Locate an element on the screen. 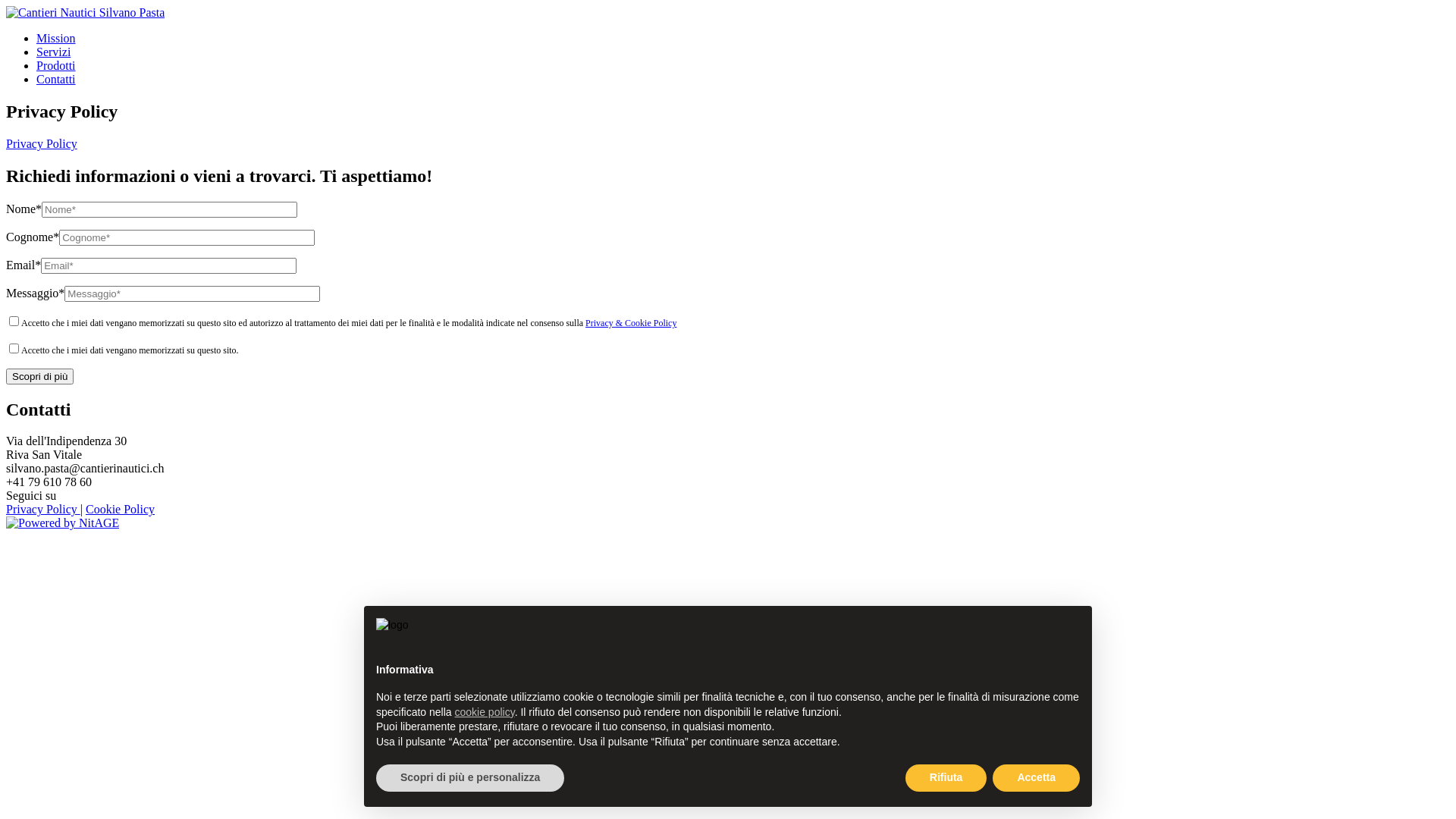 The image size is (1456, 819). 'Privacy & Cookie Policy' is located at coordinates (585, 322).